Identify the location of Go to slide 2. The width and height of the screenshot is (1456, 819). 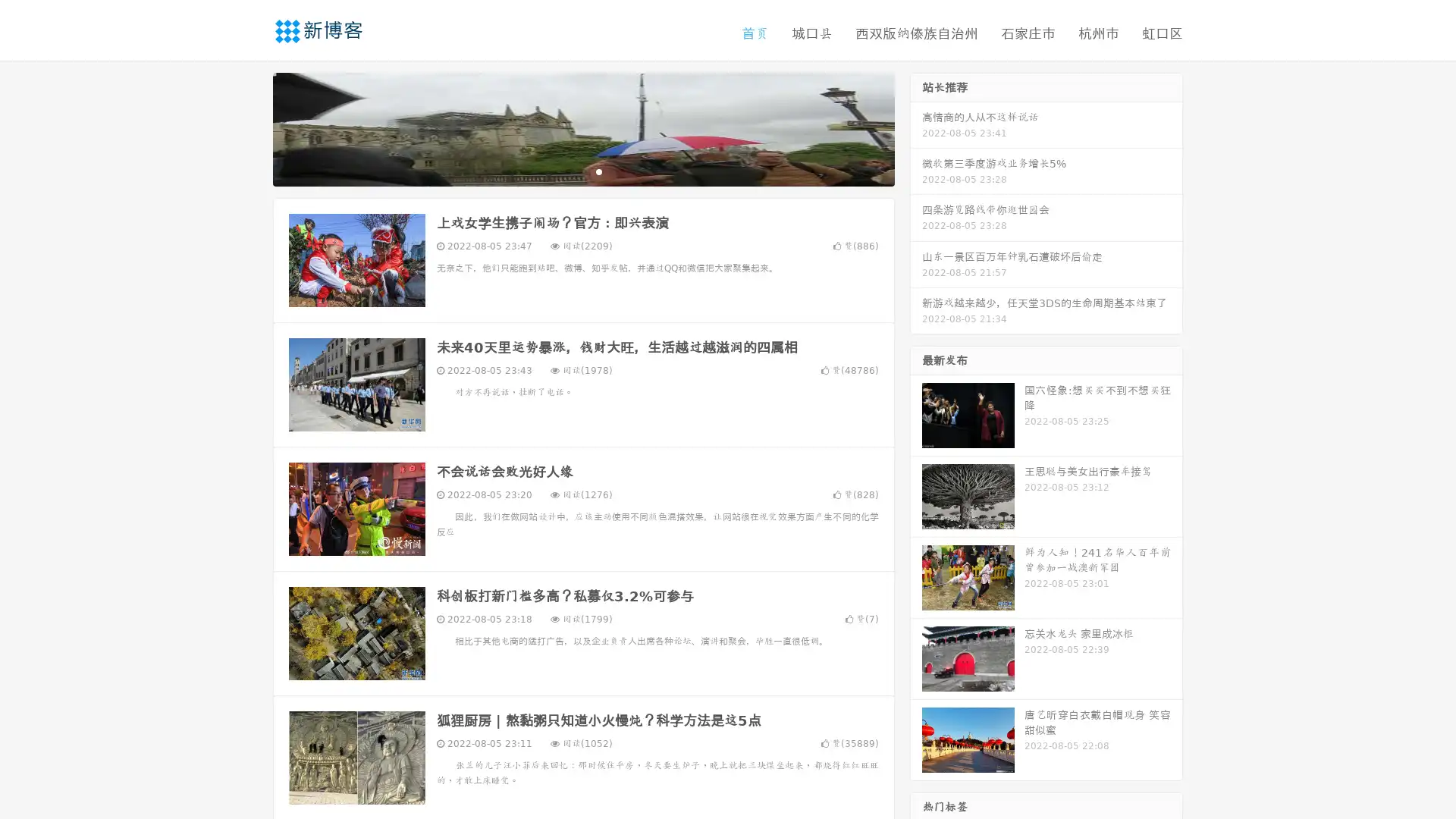
(582, 171).